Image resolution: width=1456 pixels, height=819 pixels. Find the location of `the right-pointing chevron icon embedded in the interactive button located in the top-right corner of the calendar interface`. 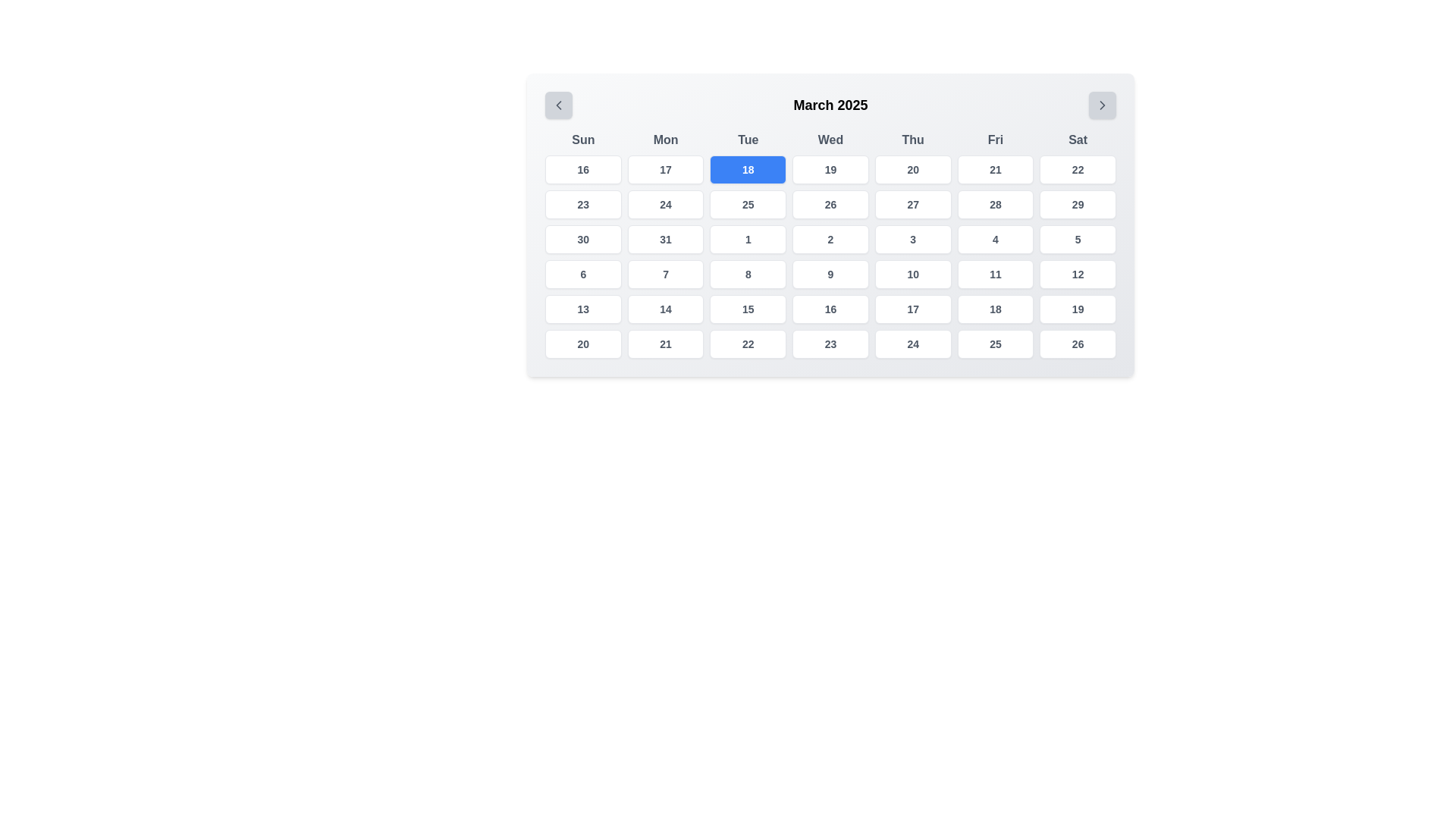

the right-pointing chevron icon embedded in the interactive button located in the top-right corner of the calendar interface is located at coordinates (1103, 104).